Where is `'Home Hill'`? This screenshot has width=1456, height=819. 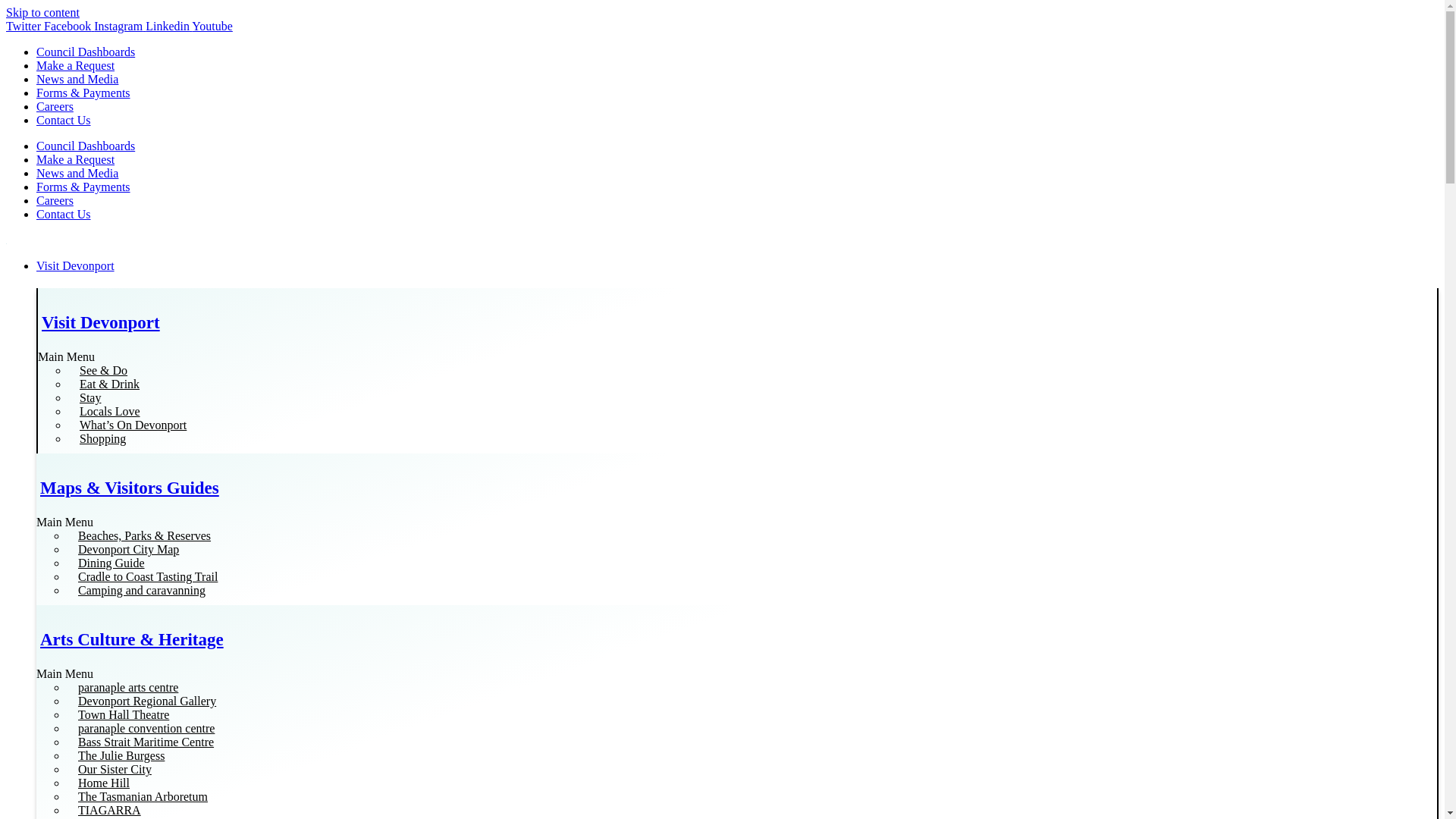
'Home Hill' is located at coordinates (103, 783).